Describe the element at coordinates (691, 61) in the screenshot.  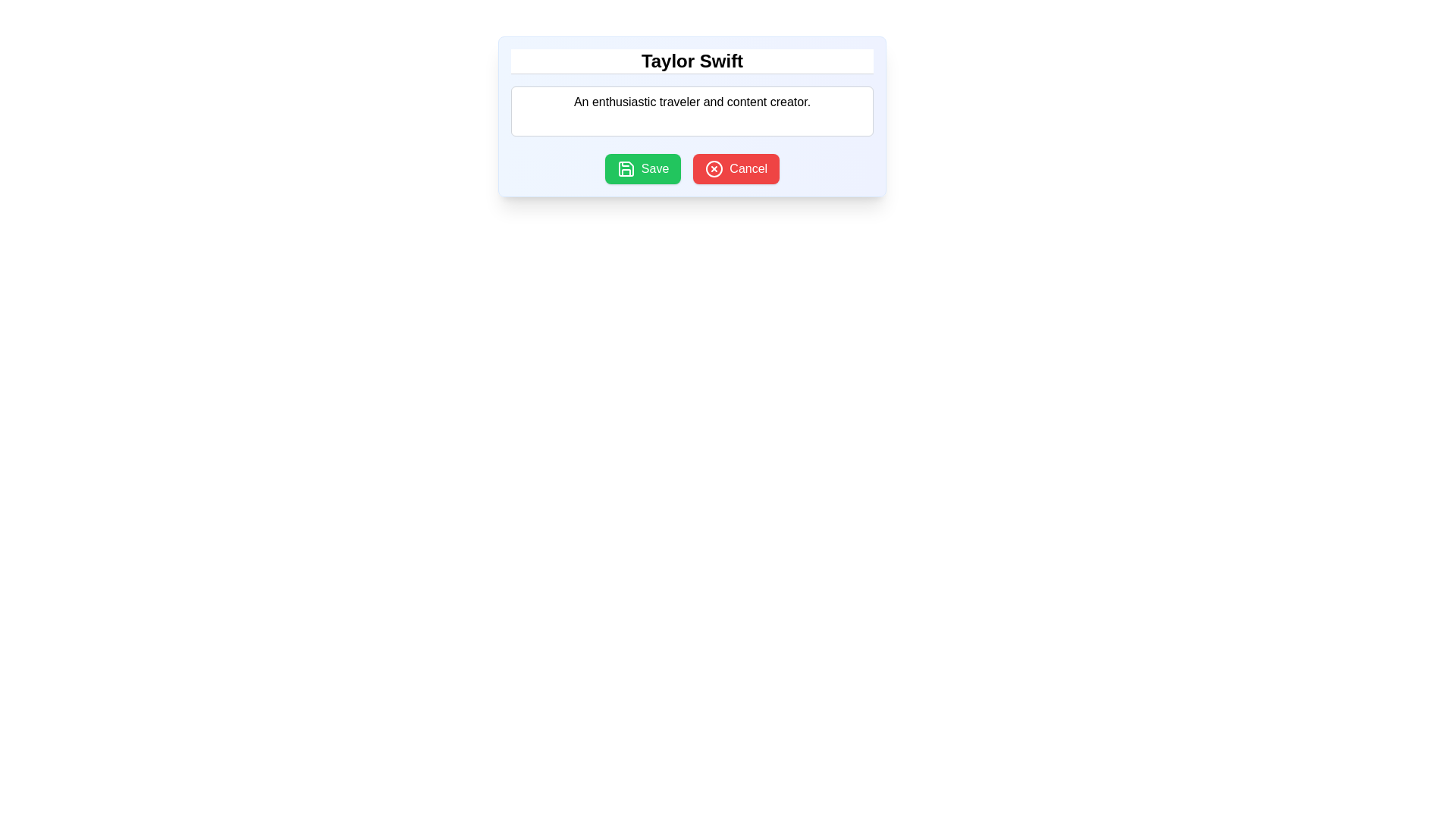
I see `the editable text field displaying 'Taylor Swift' to focus on it` at that location.